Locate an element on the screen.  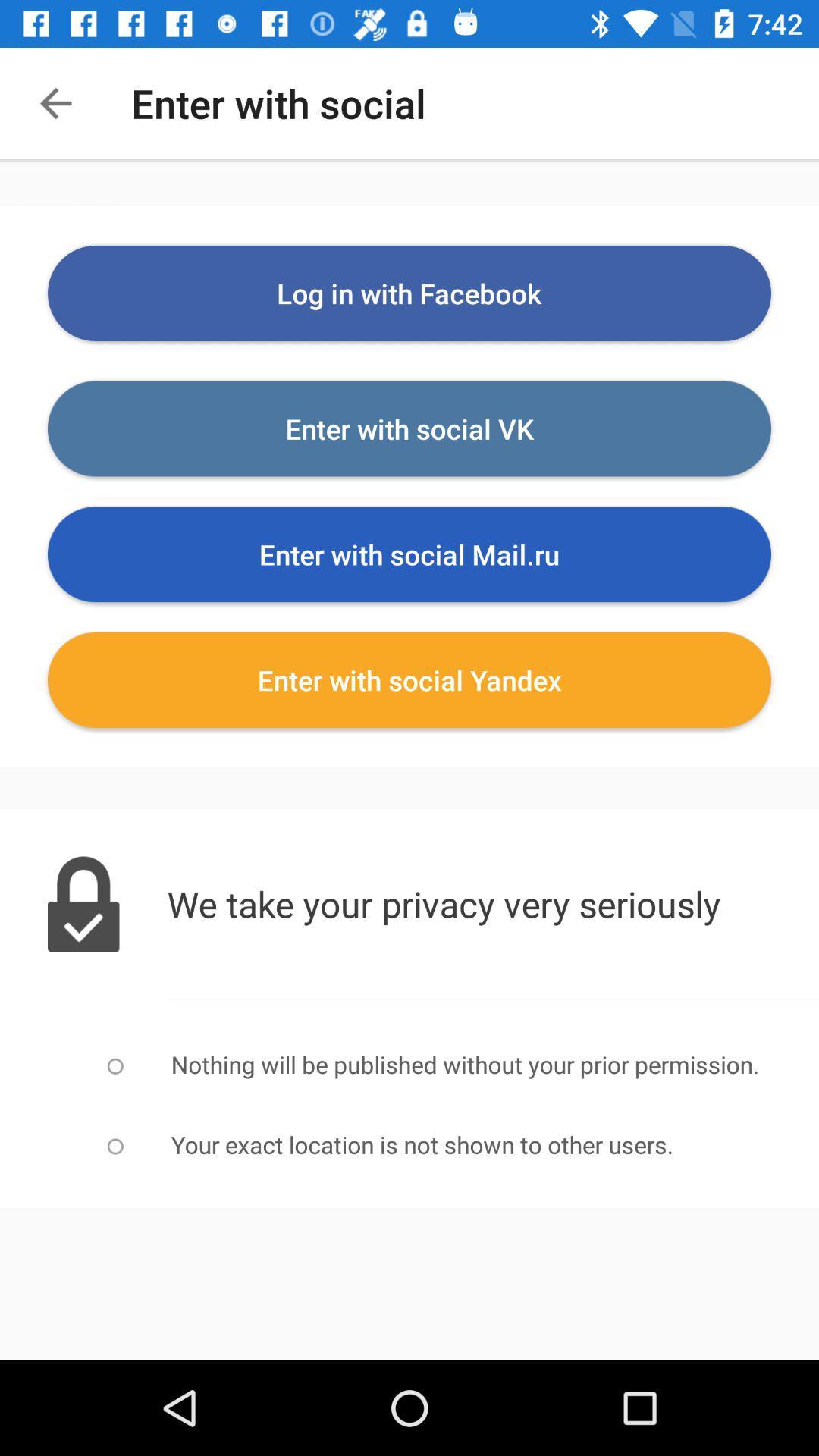
item above the enter with social is located at coordinates (409, 293).